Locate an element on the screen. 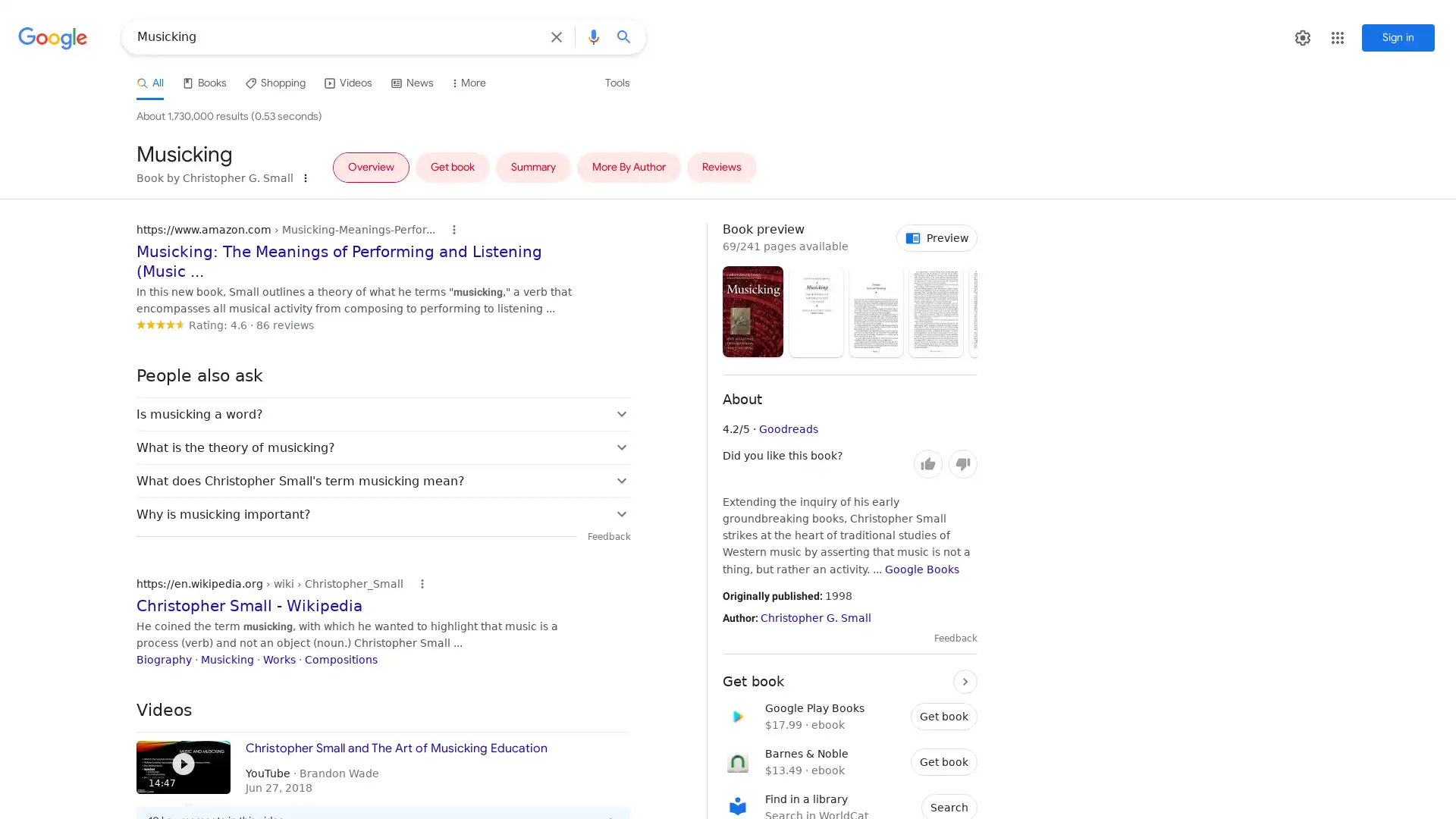 The width and height of the screenshot is (1456, 819). Is musicking a word? is located at coordinates (383, 413).